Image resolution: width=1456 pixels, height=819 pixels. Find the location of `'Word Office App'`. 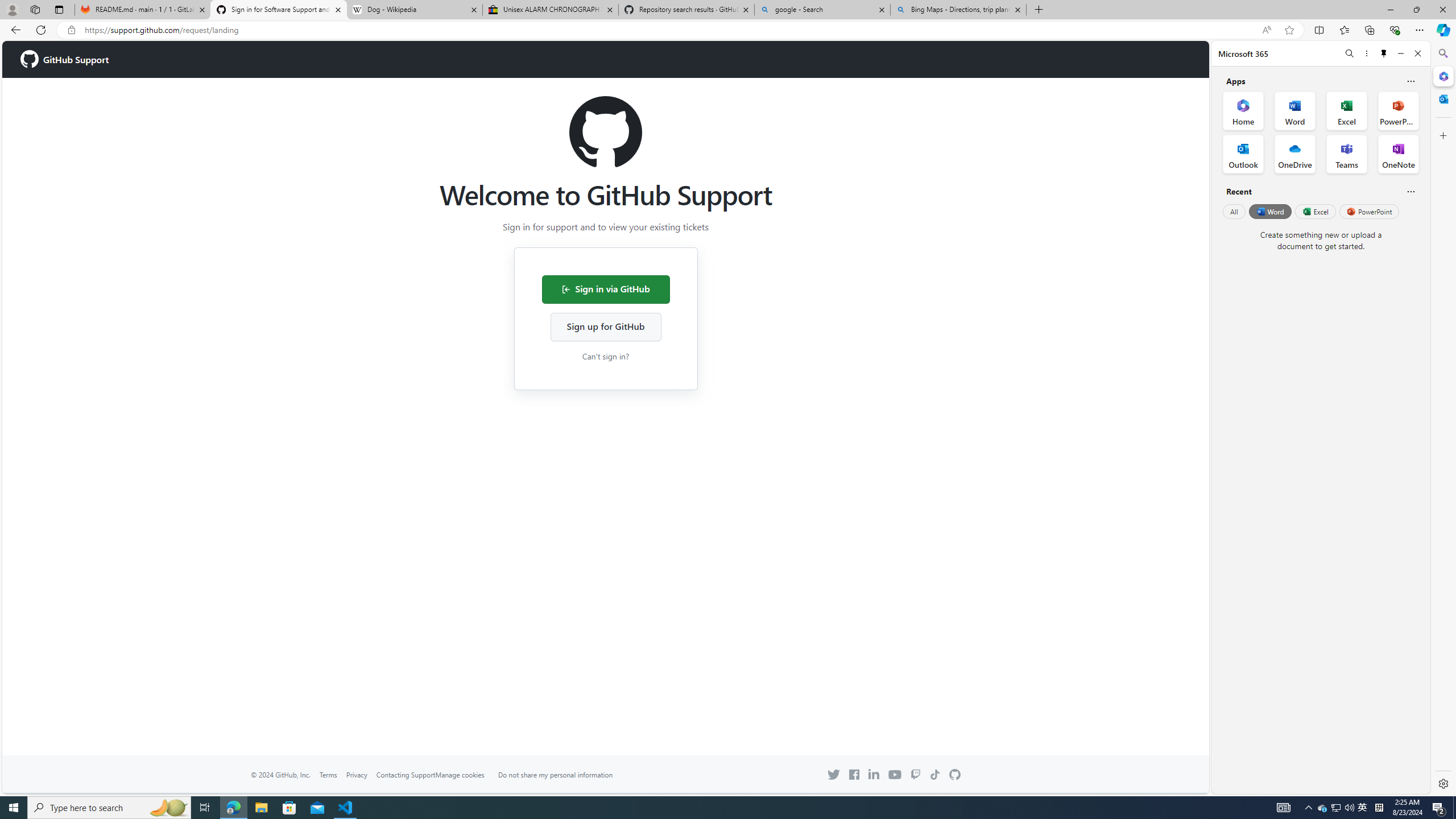

'Word Office App' is located at coordinates (1294, 111).